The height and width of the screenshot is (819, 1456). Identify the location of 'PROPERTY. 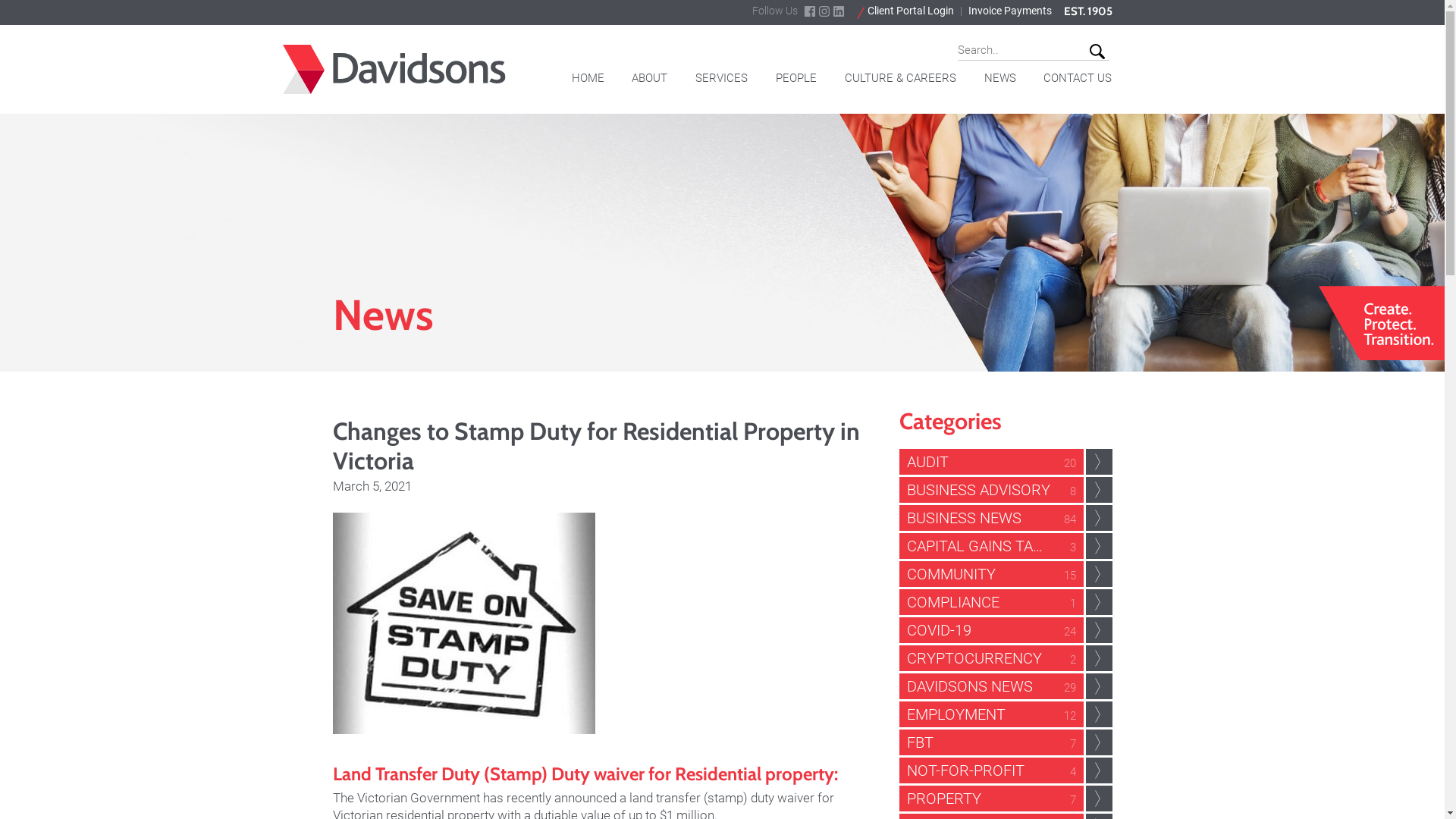
(899, 798).